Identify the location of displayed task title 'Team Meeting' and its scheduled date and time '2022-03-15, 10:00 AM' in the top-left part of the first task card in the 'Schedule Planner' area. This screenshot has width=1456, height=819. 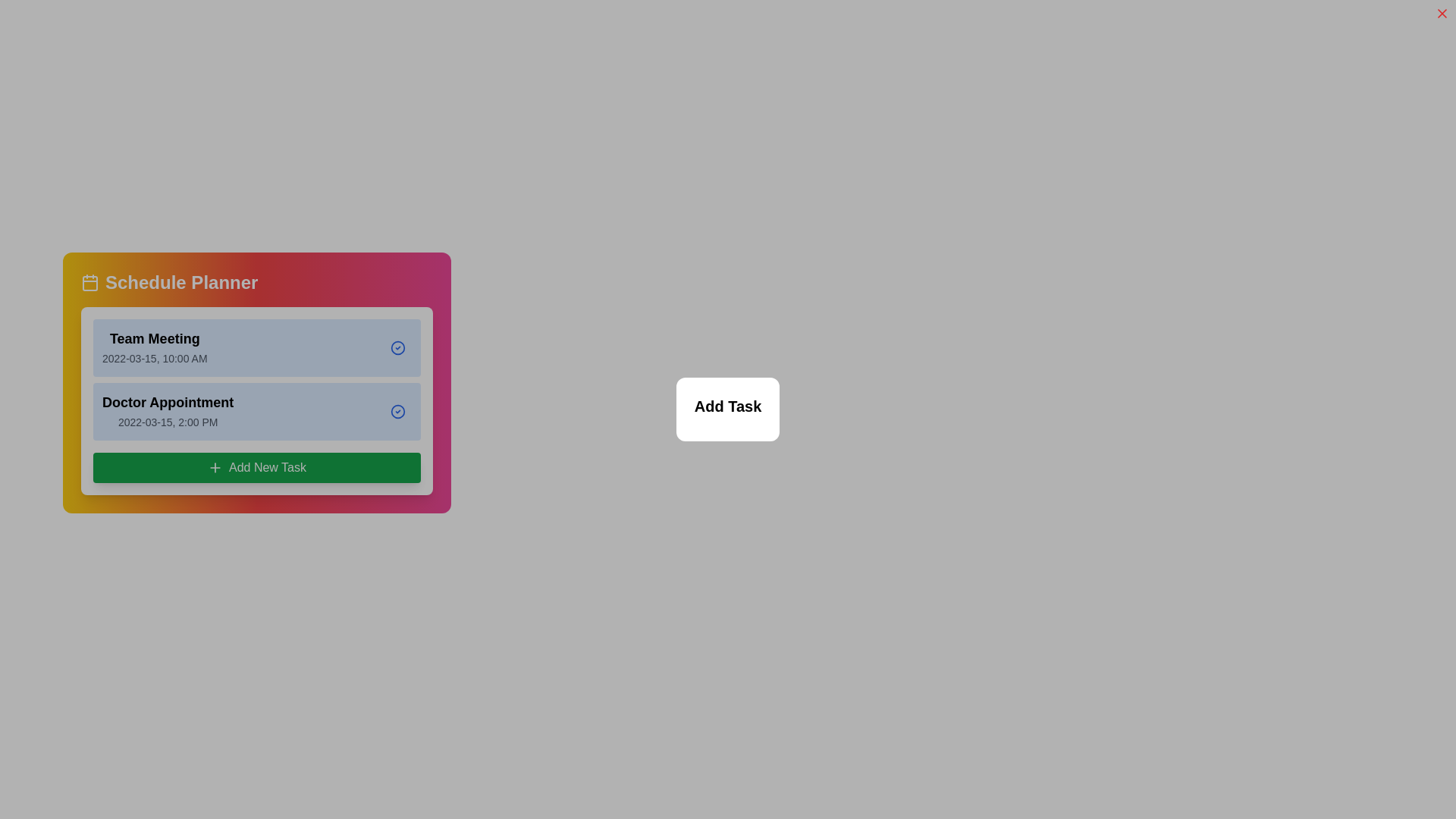
(155, 348).